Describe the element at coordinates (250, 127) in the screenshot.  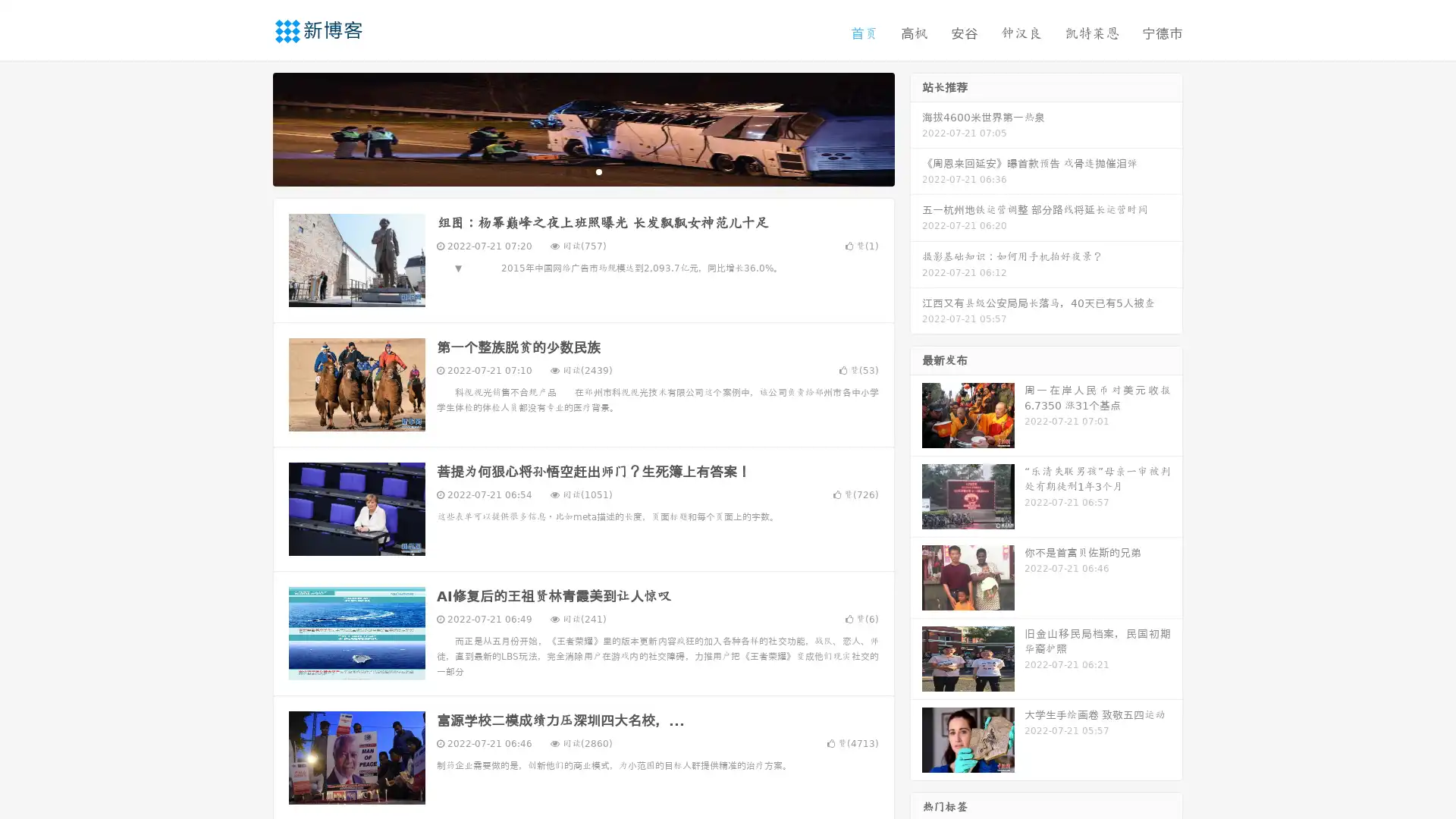
I see `Previous slide` at that location.